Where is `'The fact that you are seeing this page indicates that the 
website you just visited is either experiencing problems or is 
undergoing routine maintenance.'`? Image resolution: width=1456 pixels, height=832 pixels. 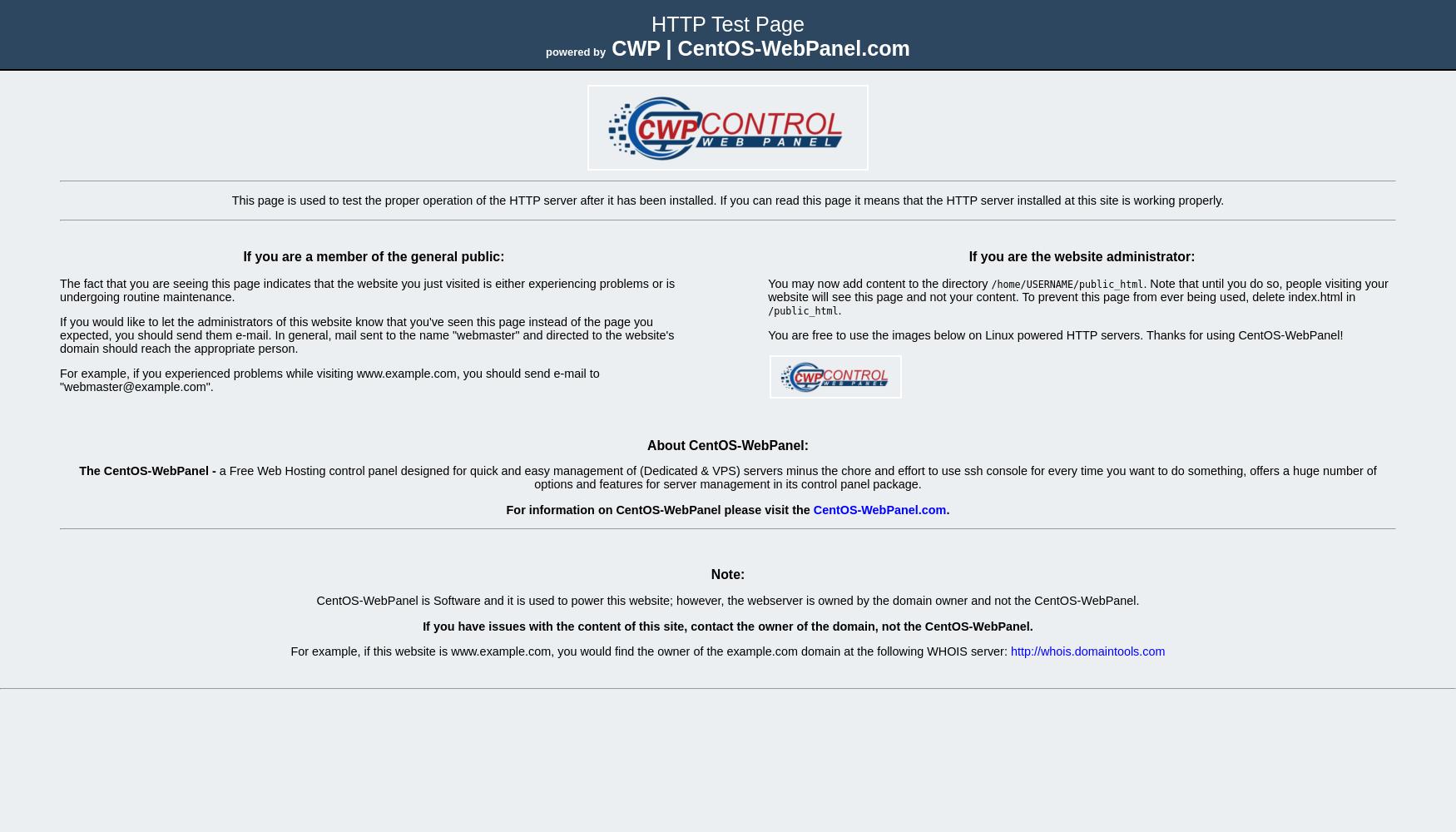 'The fact that you are seeing this page indicates that the 
website you just visited is either experiencing problems or is 
undergoing routine maintenance.' is located at coordinates (367, 289).